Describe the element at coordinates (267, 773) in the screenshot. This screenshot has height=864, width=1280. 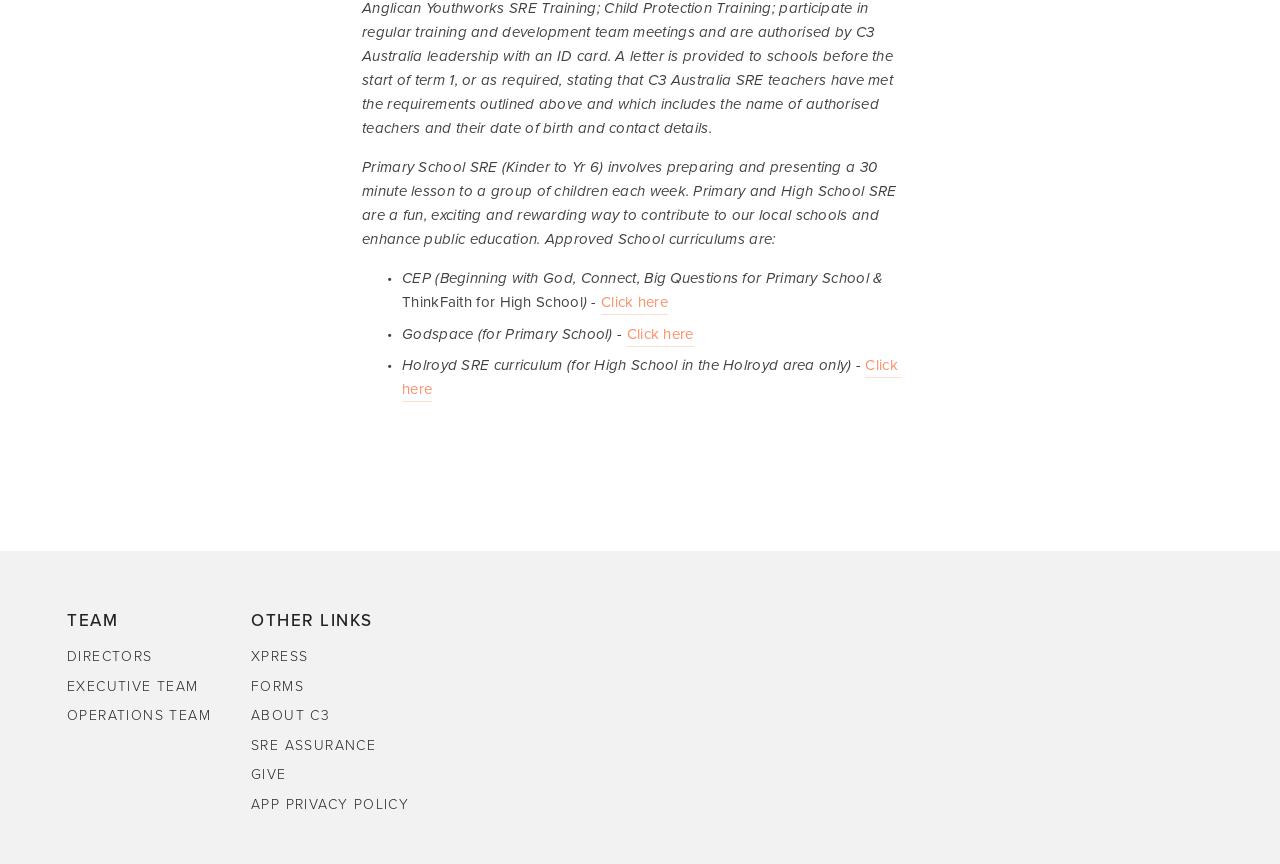
I see `'Give'` at that location.